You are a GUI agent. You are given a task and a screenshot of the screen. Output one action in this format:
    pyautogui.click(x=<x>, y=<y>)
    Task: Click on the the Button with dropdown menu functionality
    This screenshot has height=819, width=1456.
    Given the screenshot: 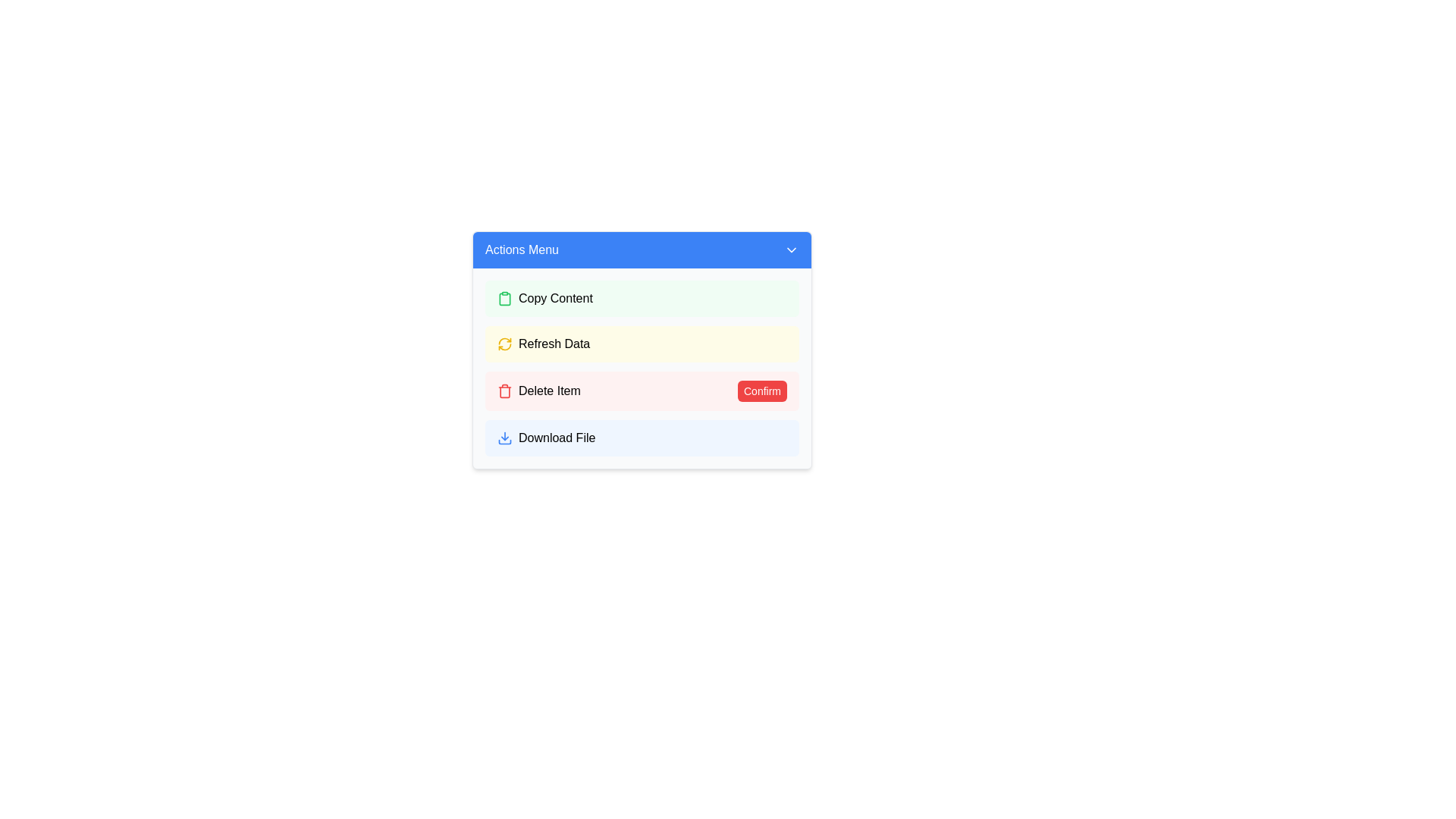 What is the action you would take?
    pyautogui.click(x=642, y=249)
    